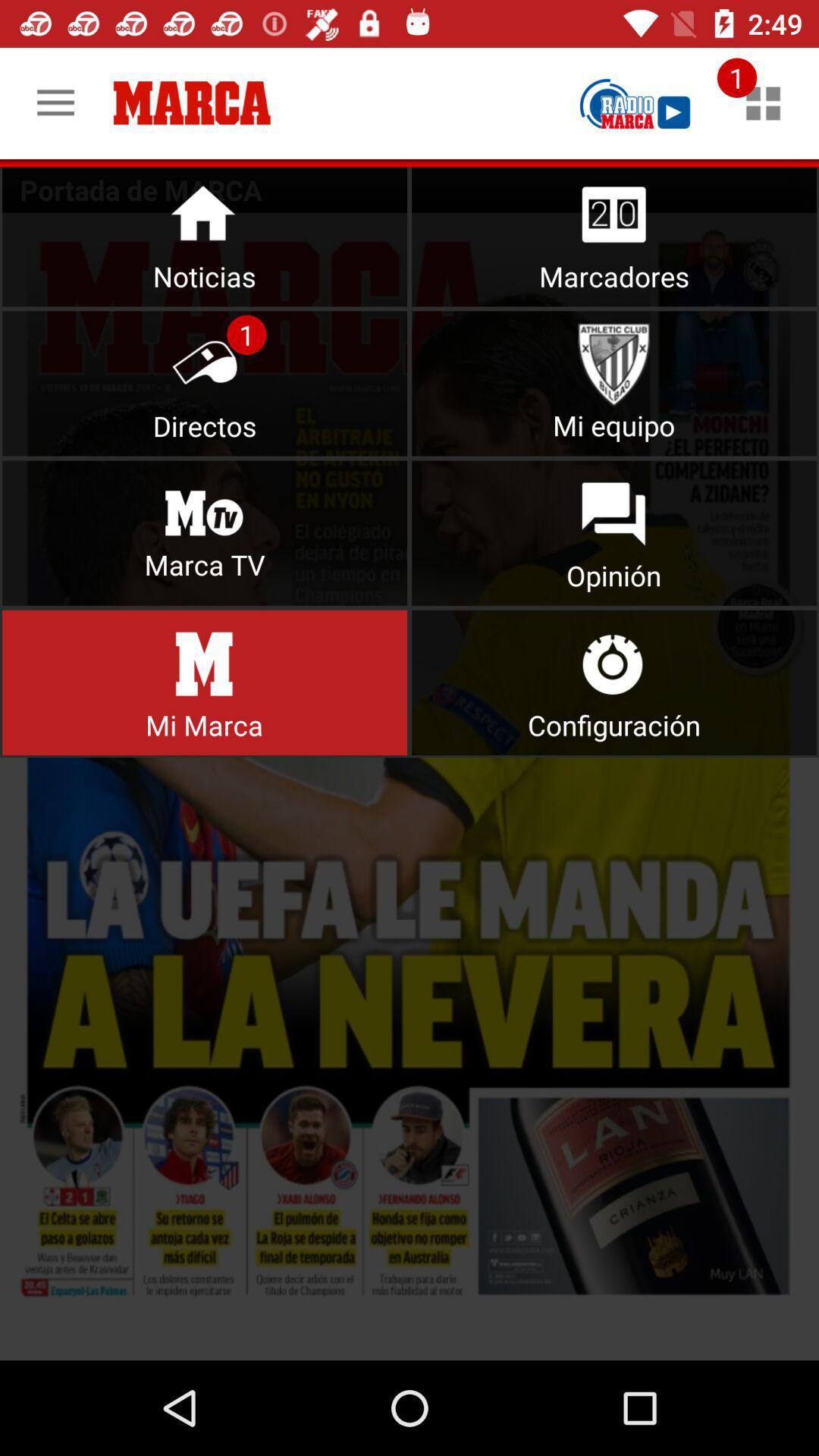  I want to click on options from menu, so click(409, 786).